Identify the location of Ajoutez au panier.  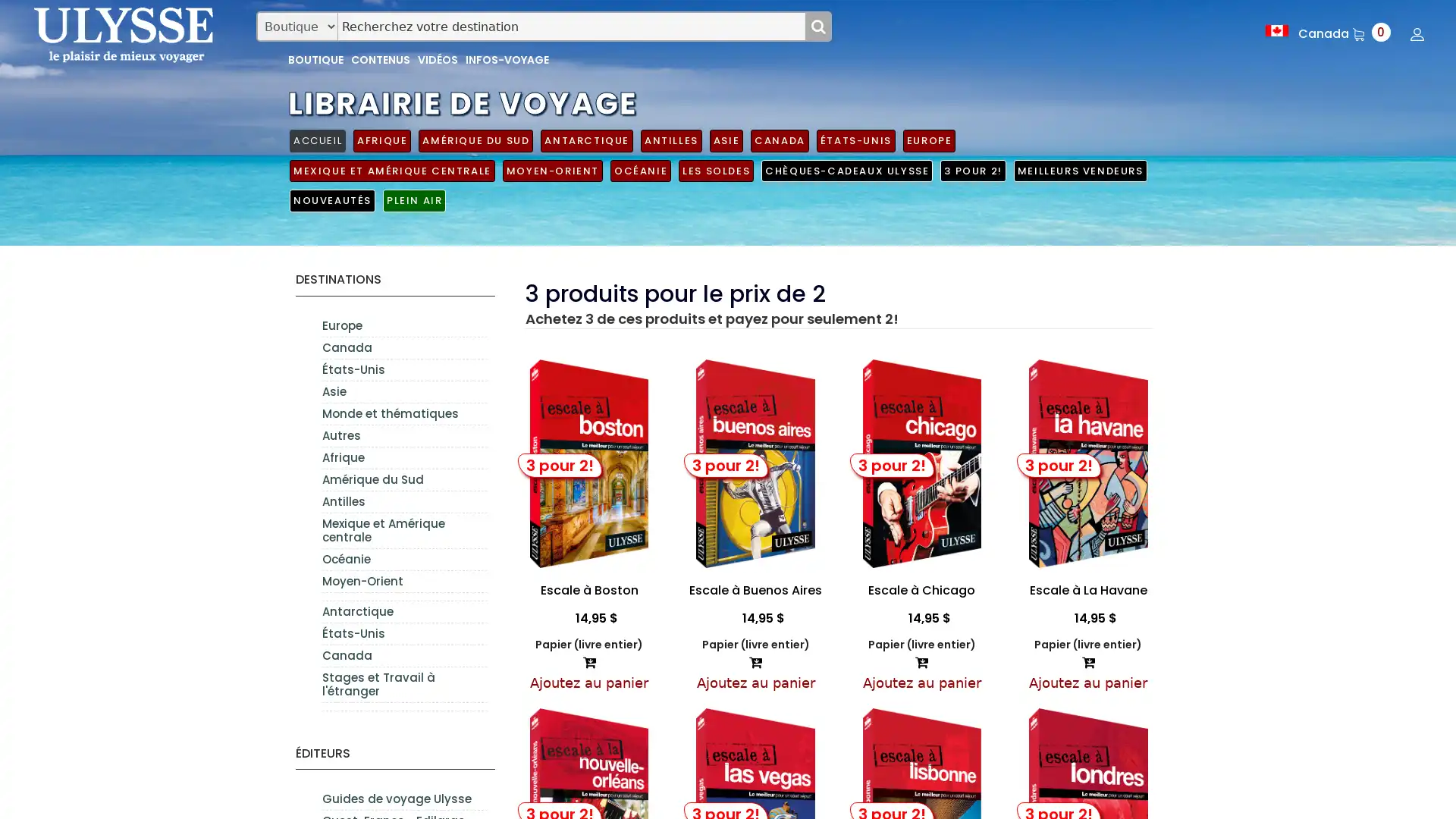
(920, 681).